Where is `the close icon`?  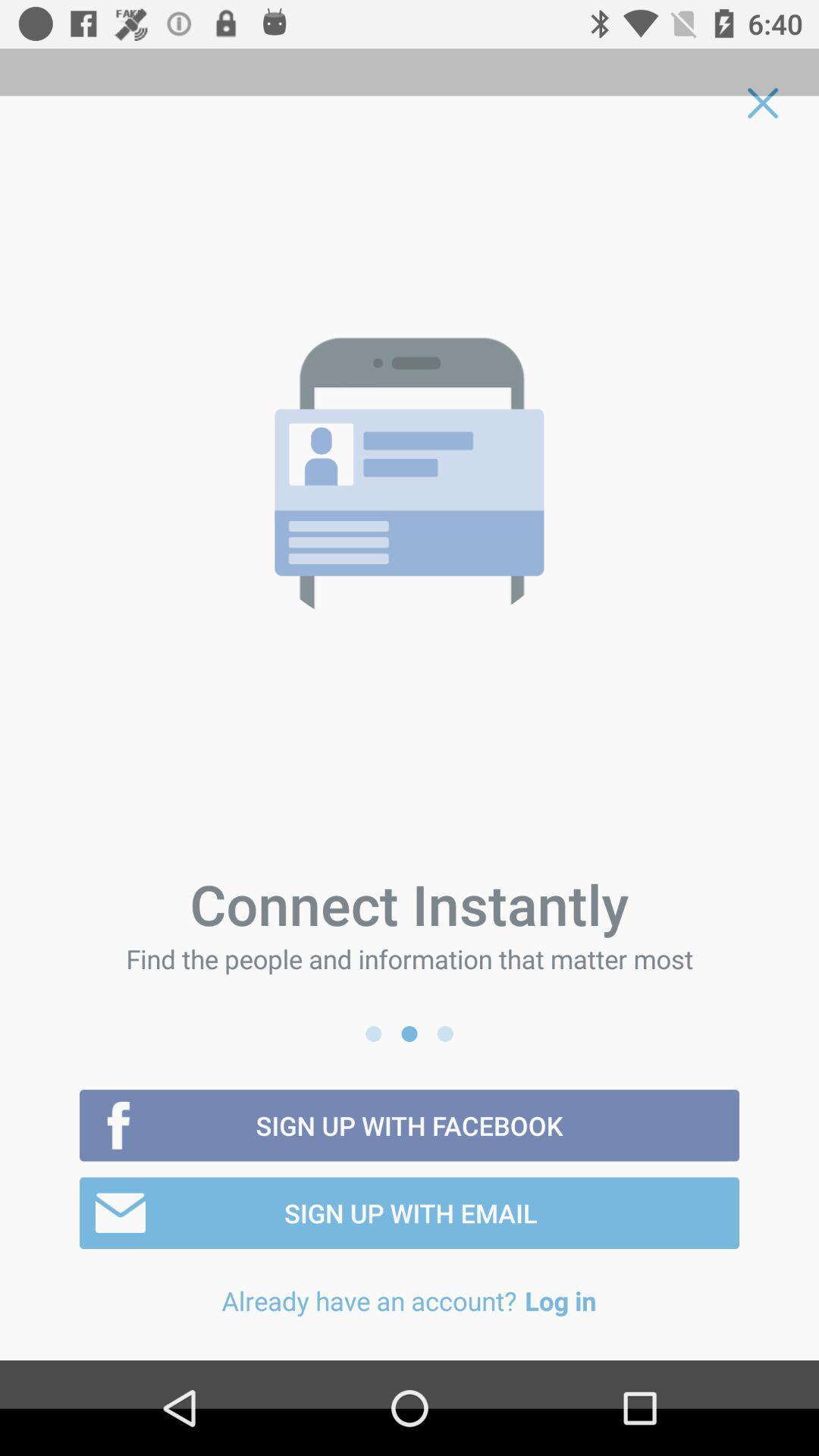
the close icon is located at coordinates (763, 102).